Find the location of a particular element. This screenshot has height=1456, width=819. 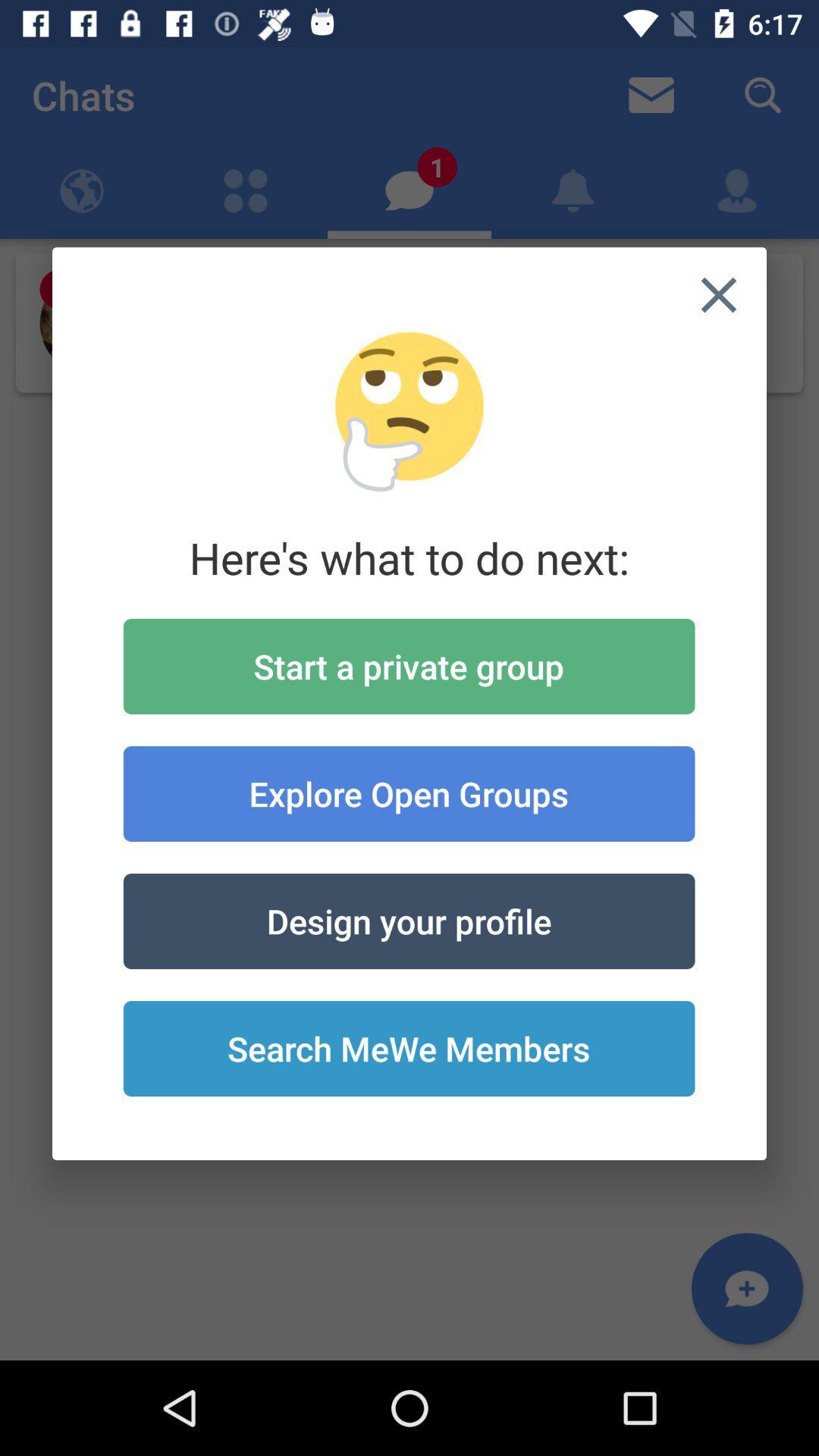

icon below start a private is located at coordinates (408, 792).